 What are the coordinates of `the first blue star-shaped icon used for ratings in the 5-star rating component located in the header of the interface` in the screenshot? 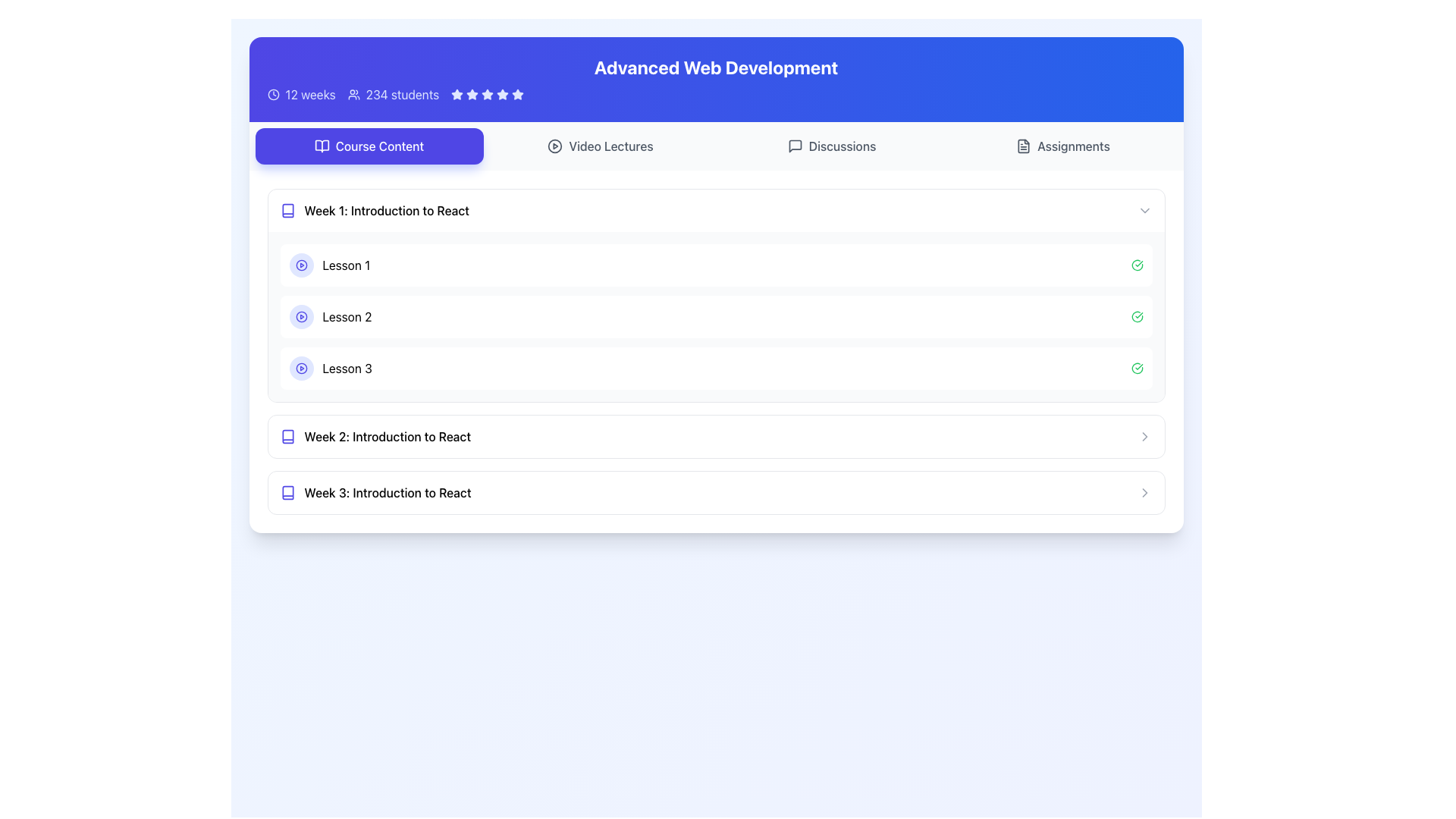 It's located at (457, 94).